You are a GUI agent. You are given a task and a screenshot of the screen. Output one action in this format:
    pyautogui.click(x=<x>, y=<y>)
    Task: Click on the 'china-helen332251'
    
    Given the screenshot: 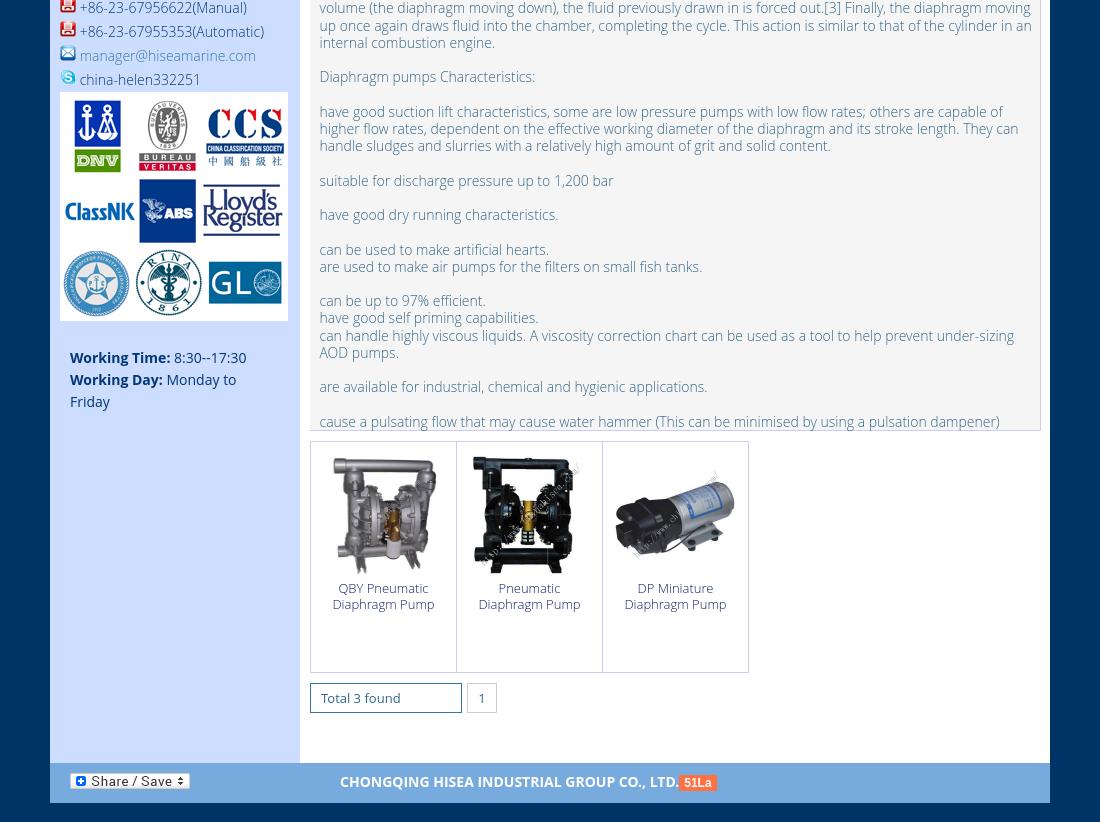 What is the action you would take?
    pyautogui.click(x=137, y=79)
    